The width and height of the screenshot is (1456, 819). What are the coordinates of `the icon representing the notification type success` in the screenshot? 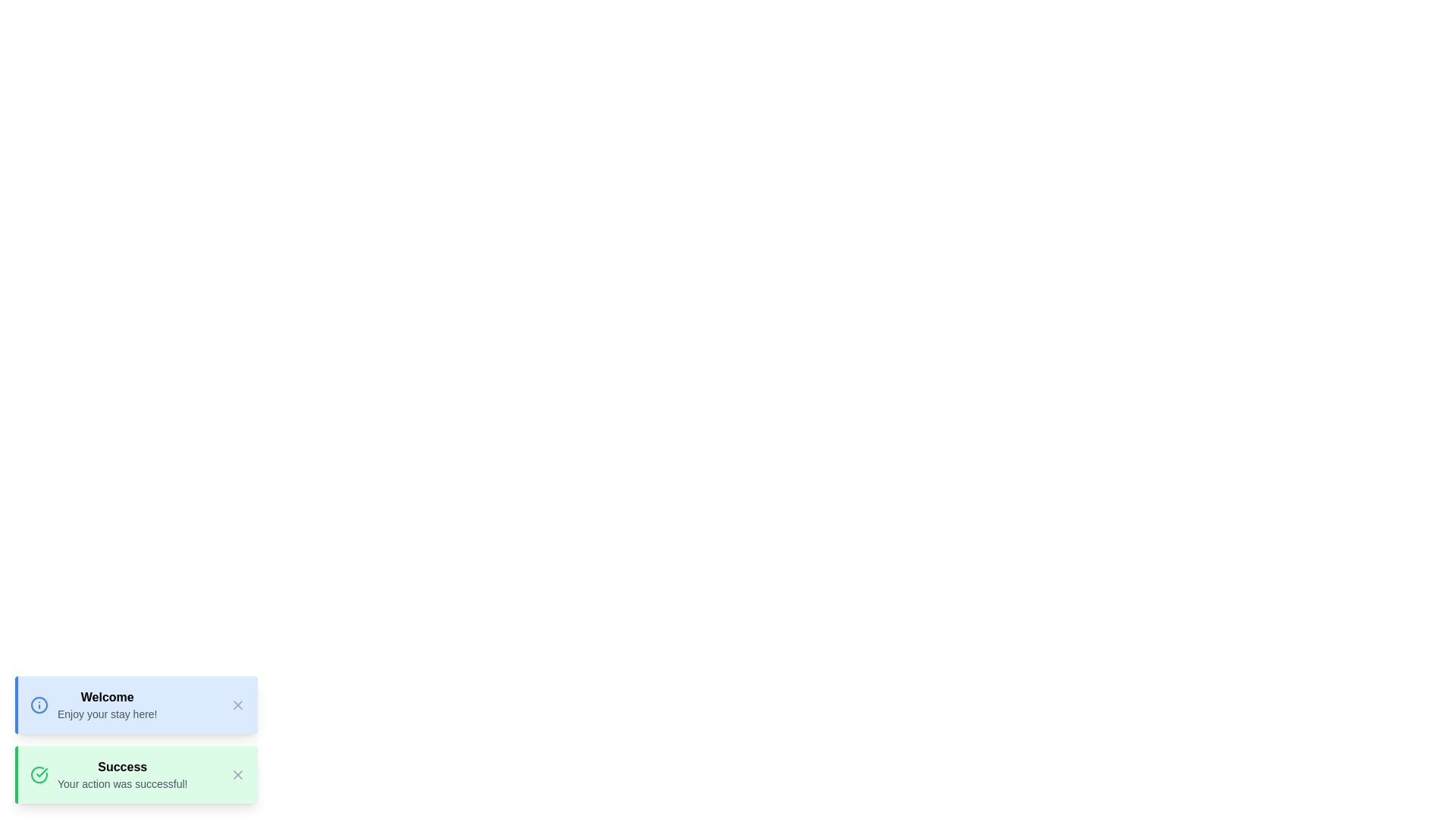 It's located at (39, 775).